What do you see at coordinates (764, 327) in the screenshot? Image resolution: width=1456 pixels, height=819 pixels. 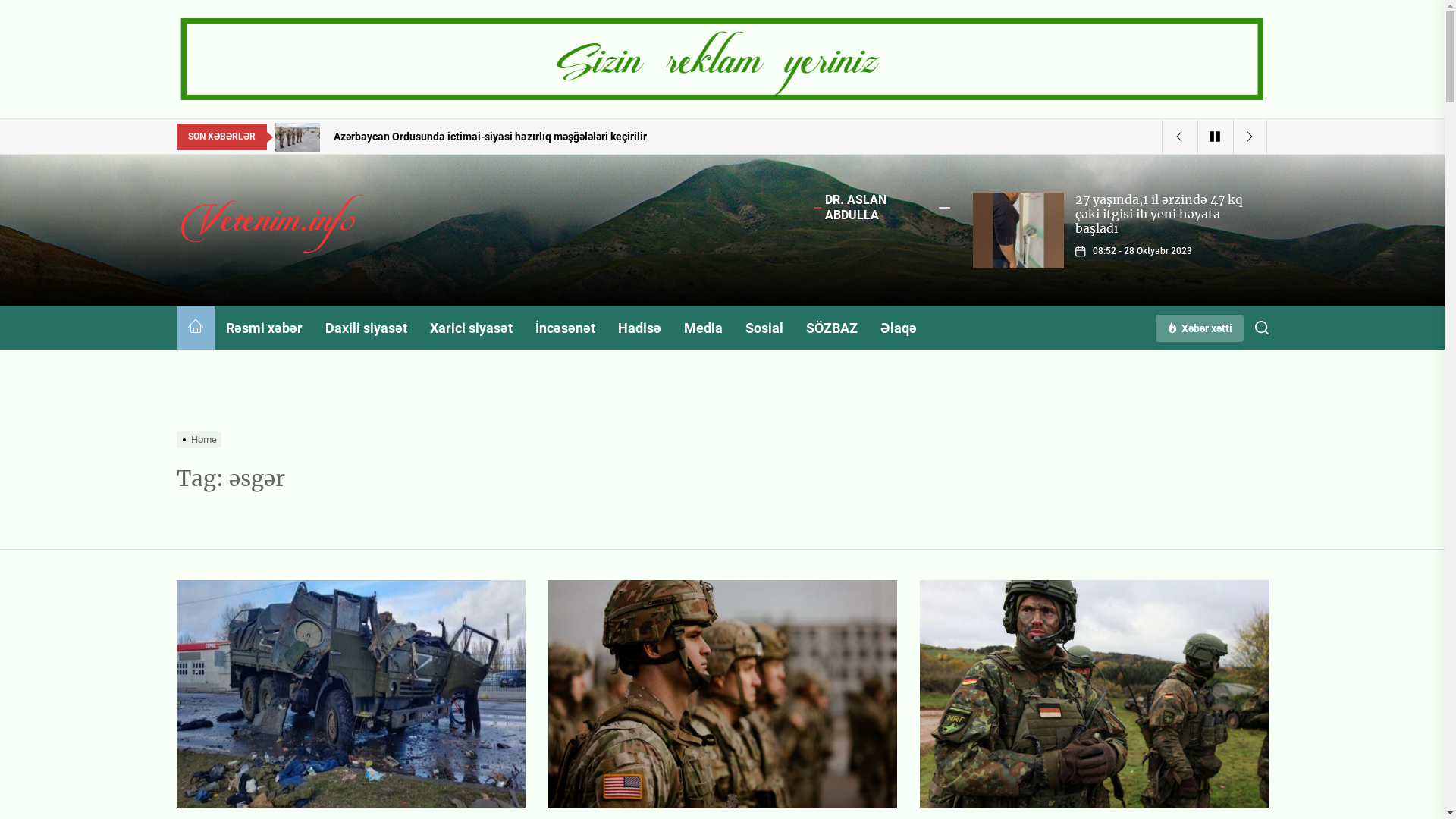 I see `'Sosial'` at bounding box center [764, 327].